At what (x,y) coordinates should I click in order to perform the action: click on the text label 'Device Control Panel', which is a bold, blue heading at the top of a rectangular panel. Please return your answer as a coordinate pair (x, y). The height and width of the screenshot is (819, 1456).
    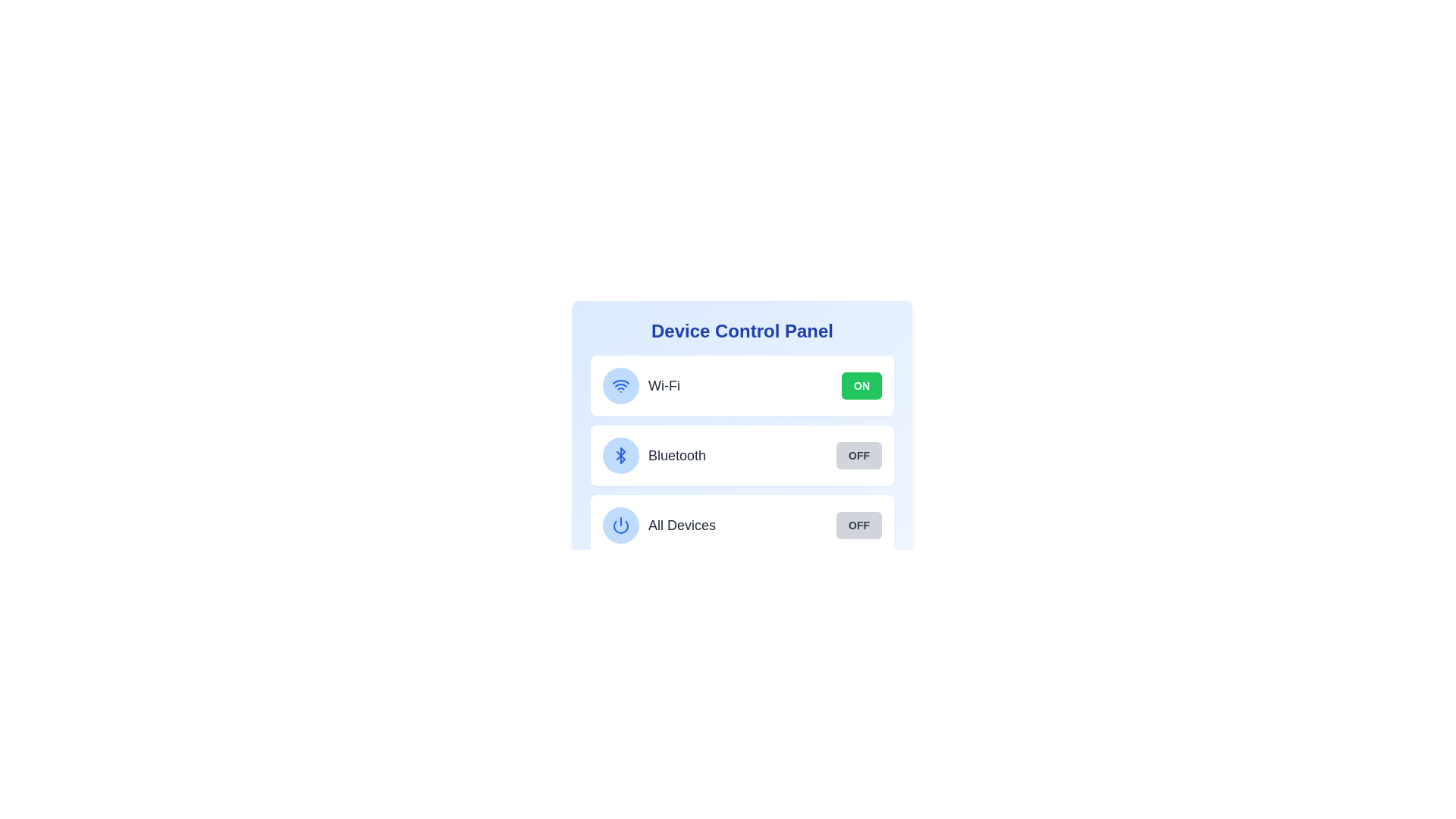
    Looking at the image, I should click on (742, 330).